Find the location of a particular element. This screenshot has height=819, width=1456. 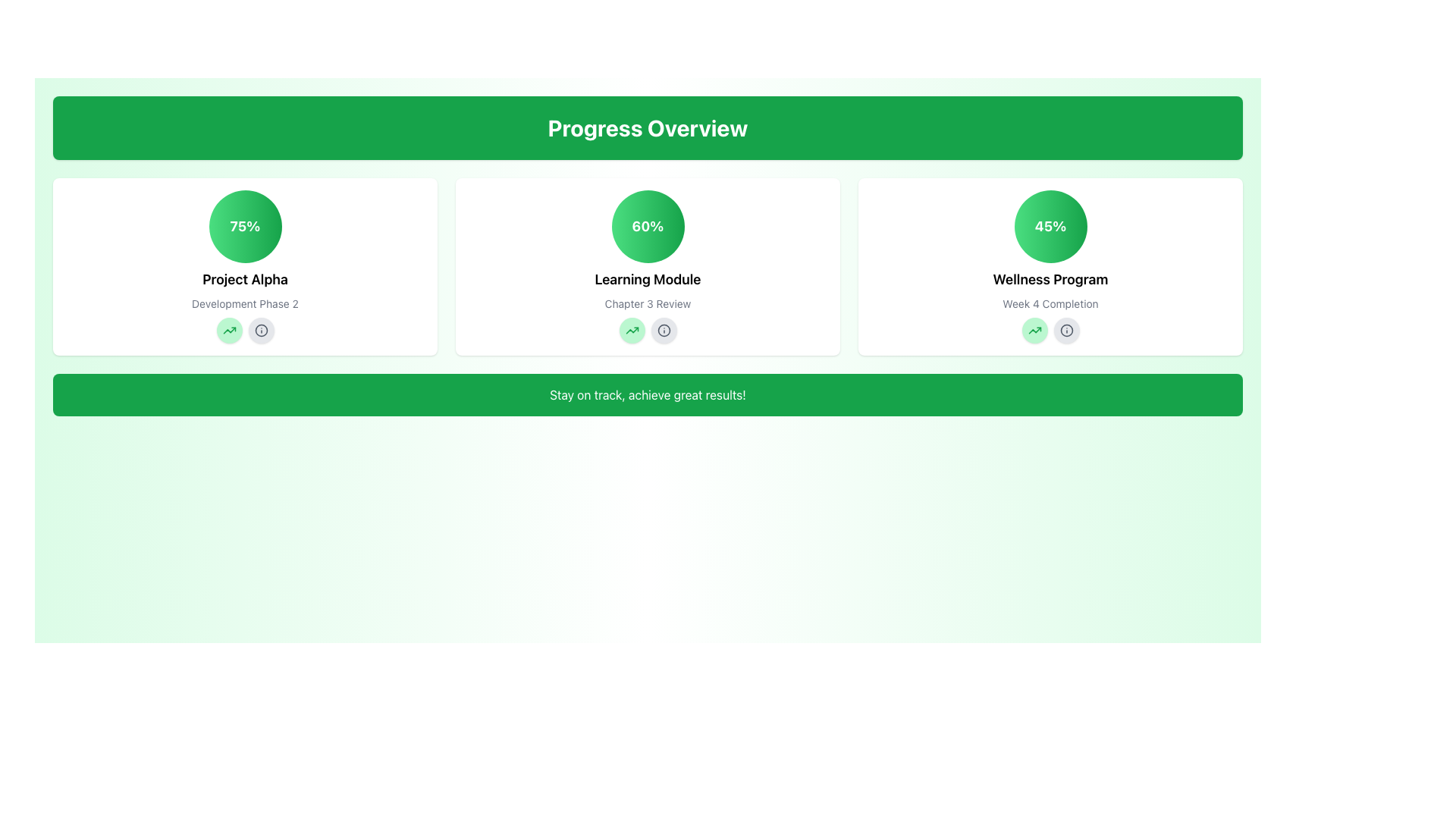

the unique upward trending green arrow icon located in the second card labeled 'Learning Module', positioned beneath the main progress circle is located at coordinates (632, 329).